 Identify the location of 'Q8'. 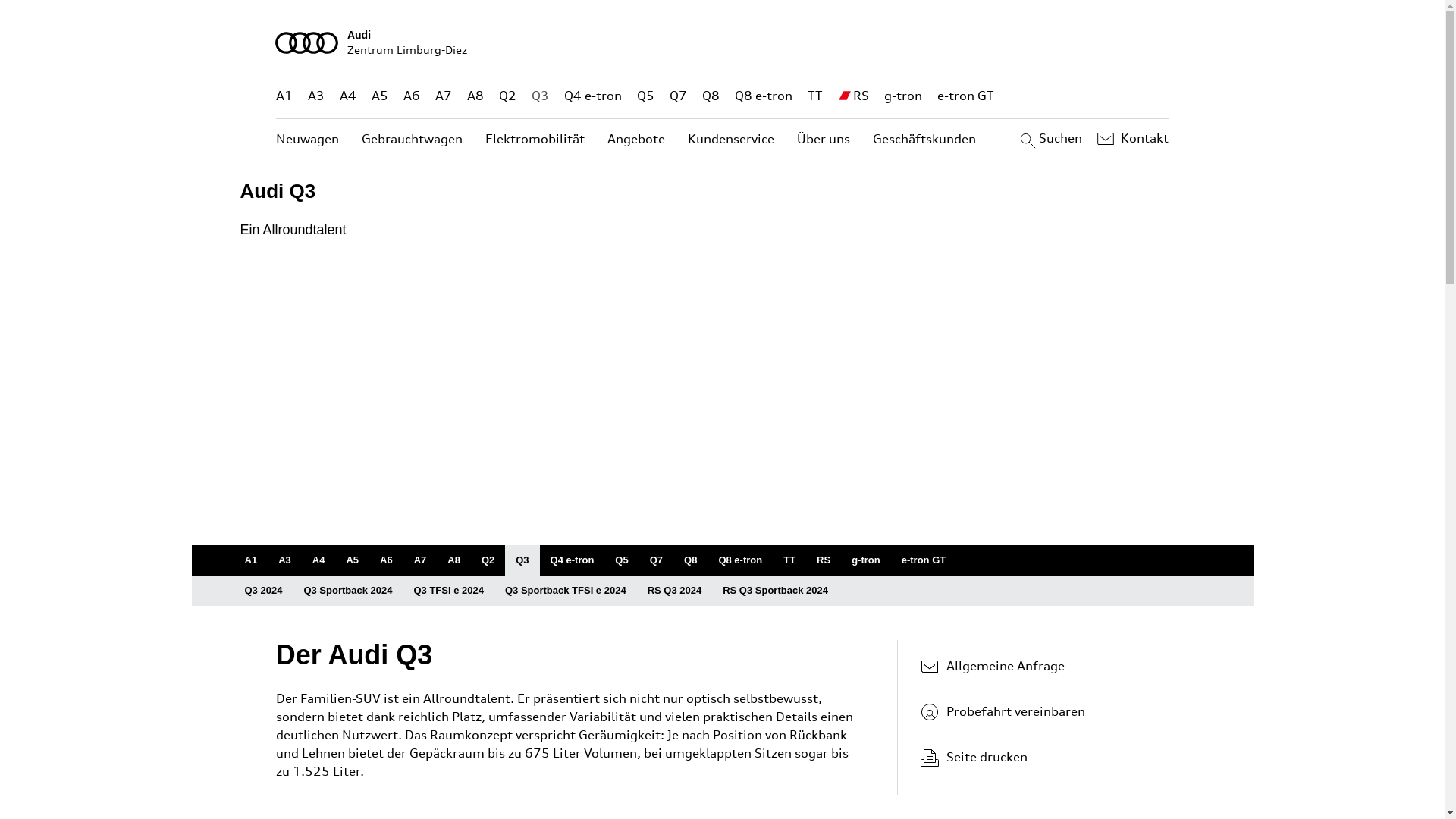
(701, 96).